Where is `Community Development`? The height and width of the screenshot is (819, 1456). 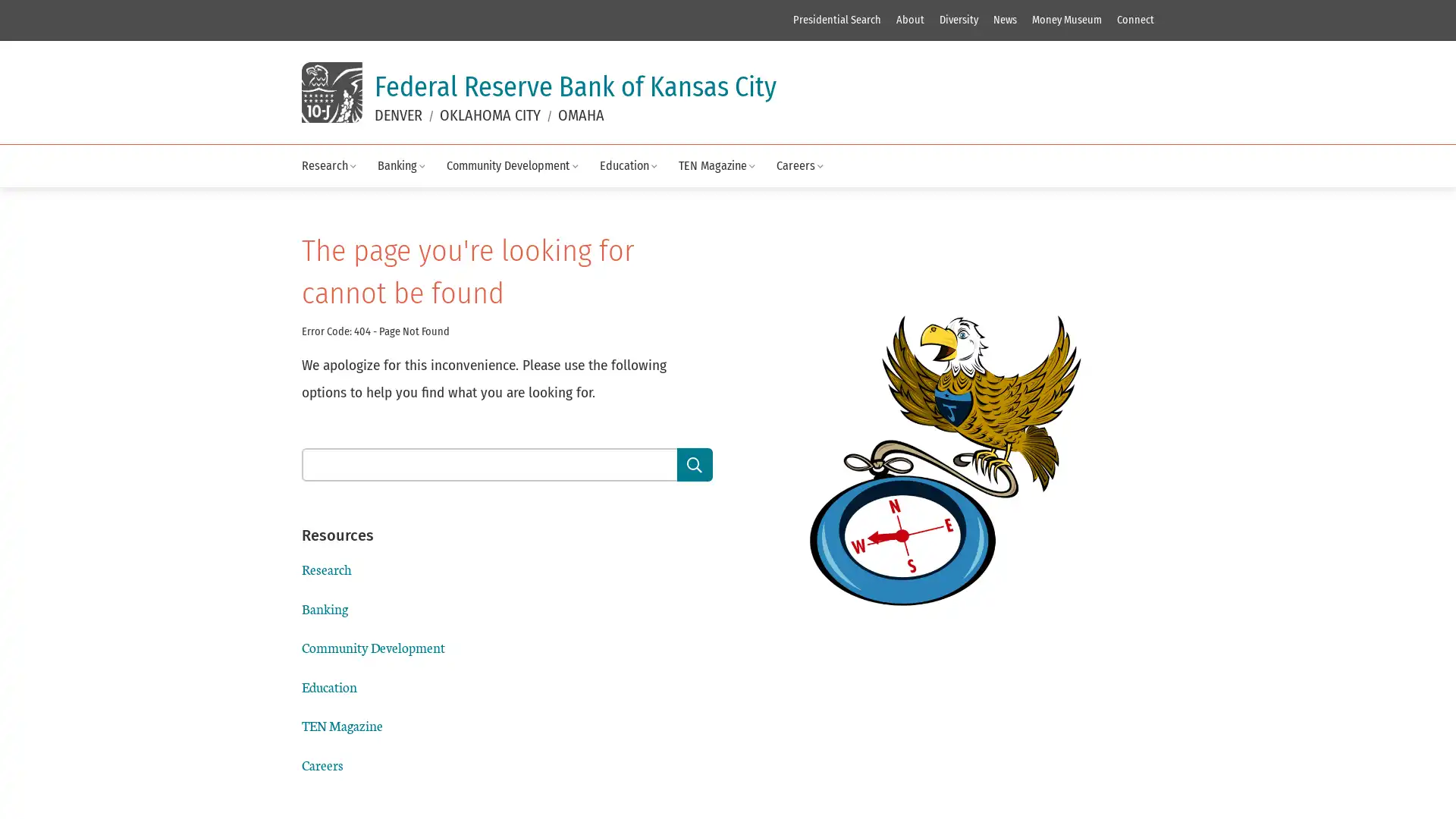 Community Development is located at coordinates (512, 165).